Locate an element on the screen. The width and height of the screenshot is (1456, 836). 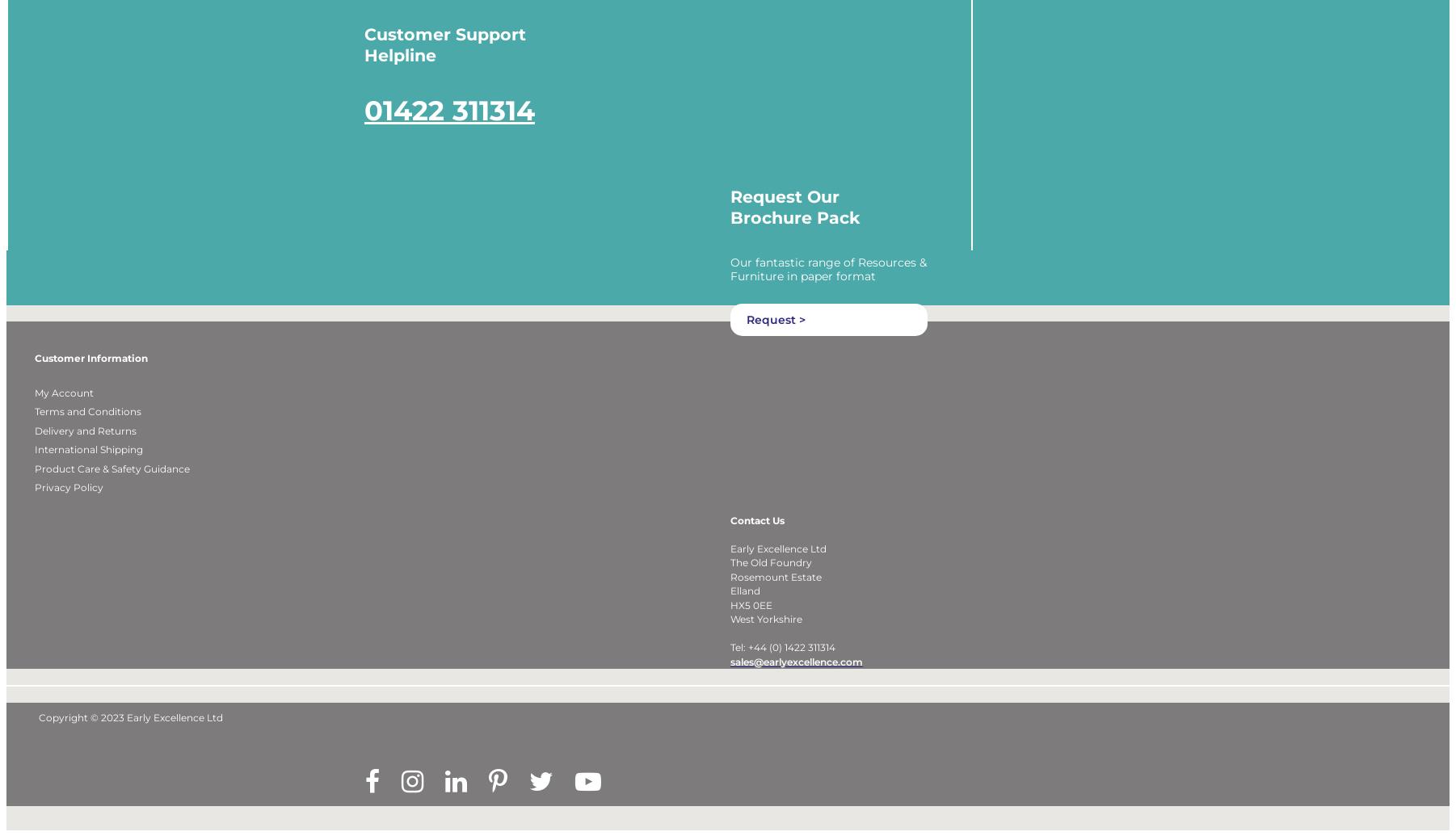
'Tel: +44 (0) 1422 311314' is located at coordinates (730, 668).